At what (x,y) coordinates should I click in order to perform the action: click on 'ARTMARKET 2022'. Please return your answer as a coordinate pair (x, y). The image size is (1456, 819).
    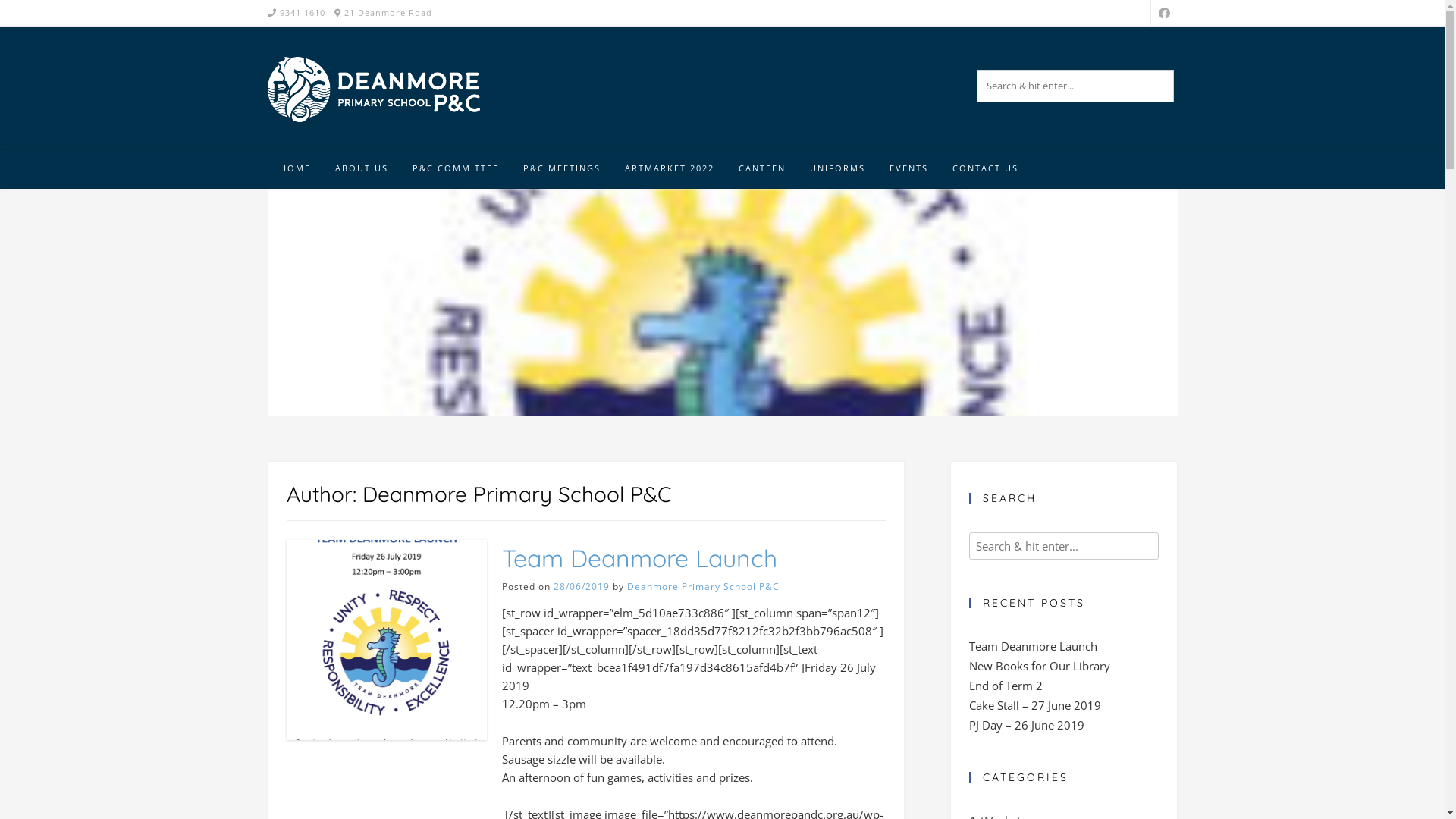
    Looking at the image, I should click on (669, 169).